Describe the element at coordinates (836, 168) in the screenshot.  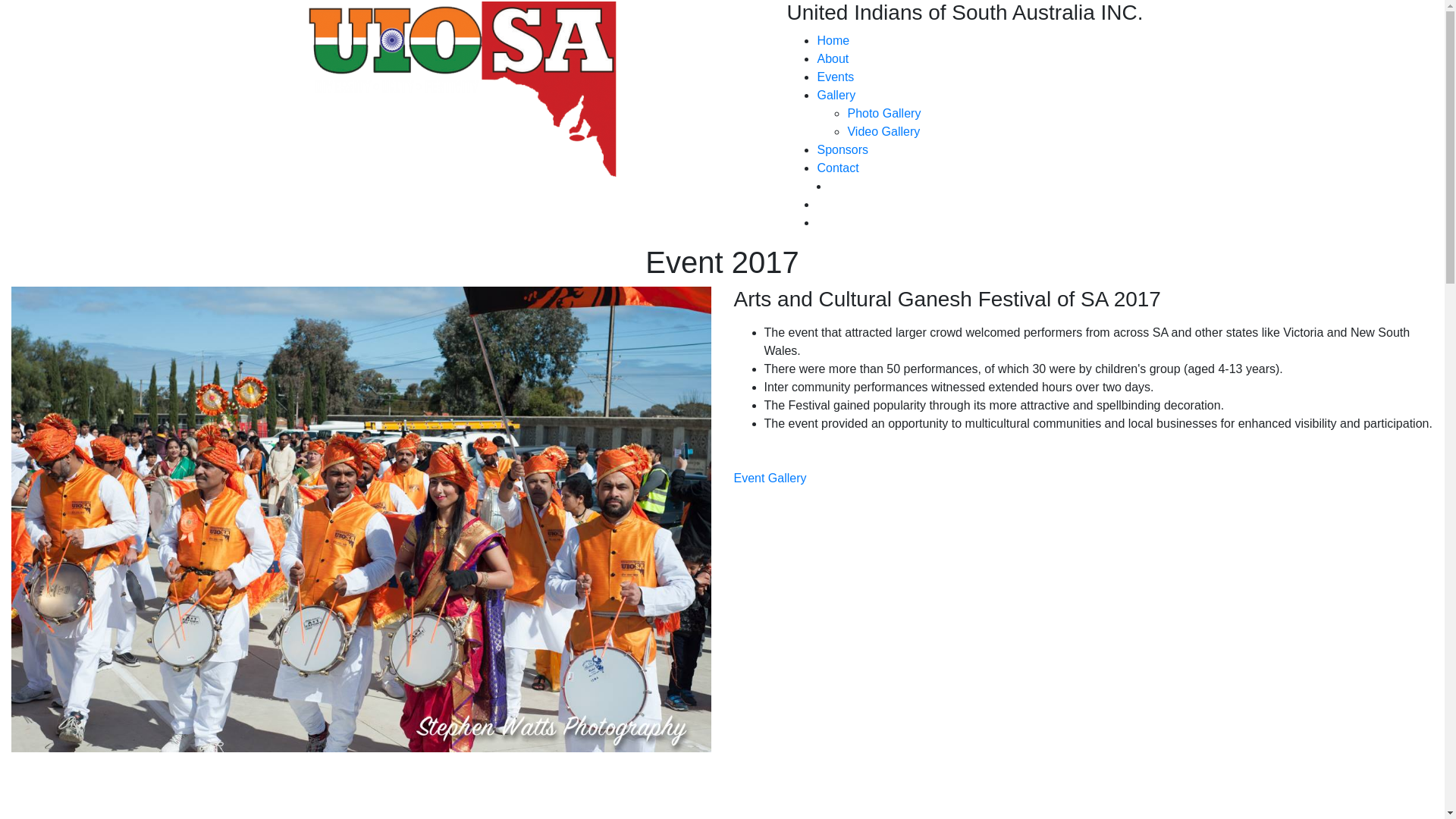
I see `'Contact'` at that location.